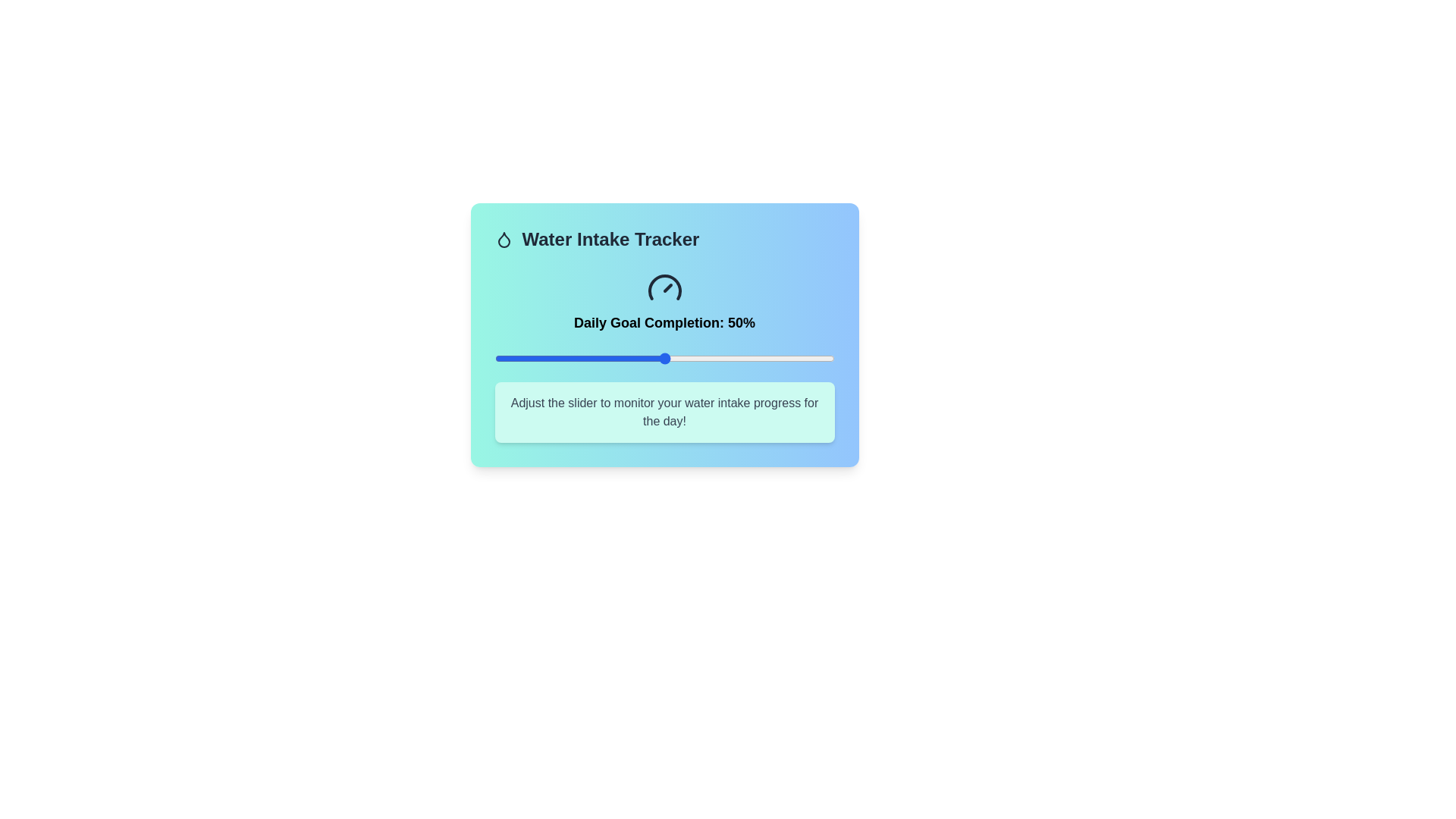 The height and width of the screenshot is (819, 1456). Describe the element at coordinates (667, 359) in the screenshot. I see `the slider to set the water intake percentage to 51%` at that location.